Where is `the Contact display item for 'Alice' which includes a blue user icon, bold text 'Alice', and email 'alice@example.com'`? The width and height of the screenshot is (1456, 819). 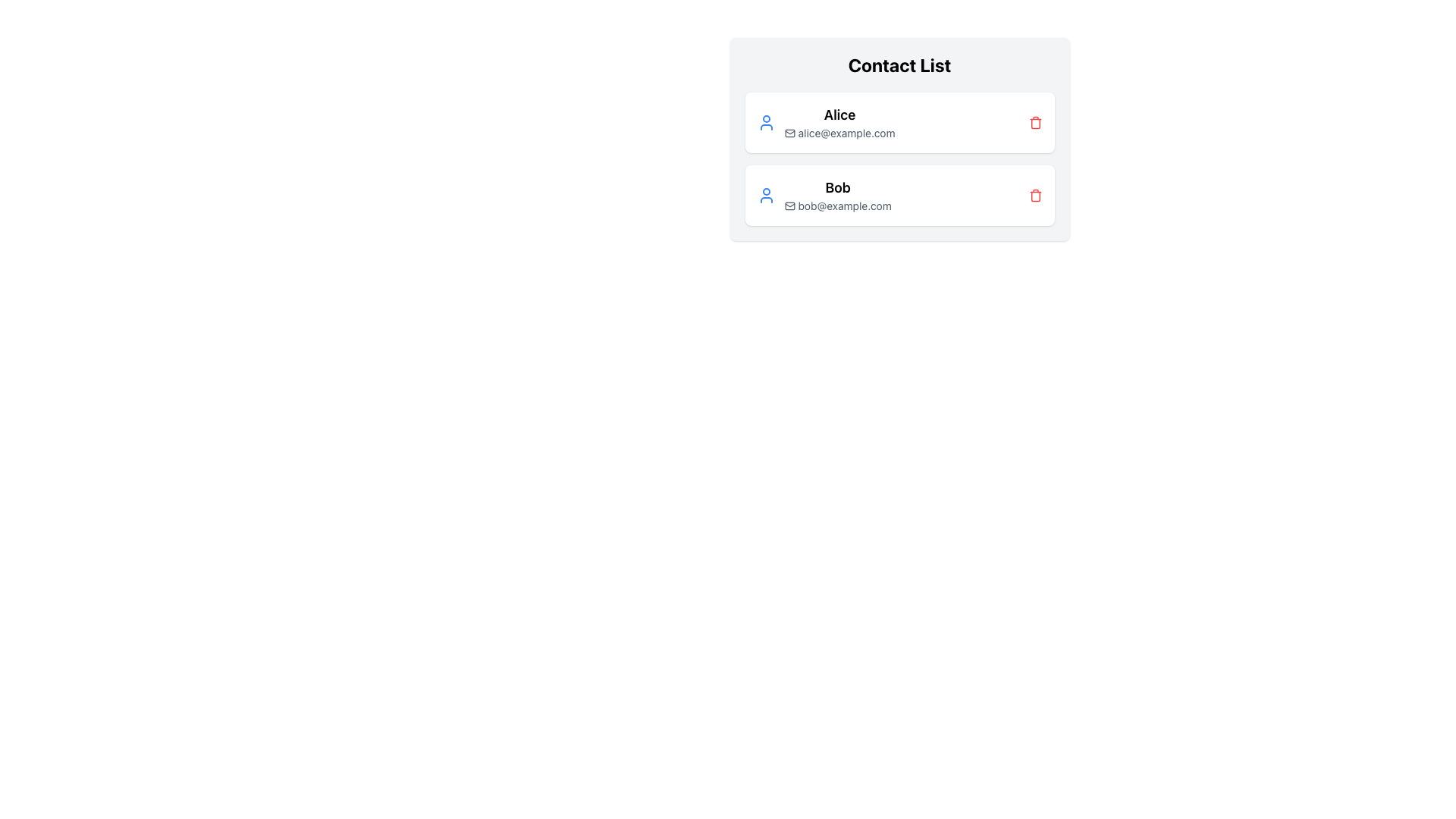
the Contact display item for 'Alice' which includes a blue user icon, bold text 'Alice', and email 'alice@example.com' is located at coordinates (825, 122).